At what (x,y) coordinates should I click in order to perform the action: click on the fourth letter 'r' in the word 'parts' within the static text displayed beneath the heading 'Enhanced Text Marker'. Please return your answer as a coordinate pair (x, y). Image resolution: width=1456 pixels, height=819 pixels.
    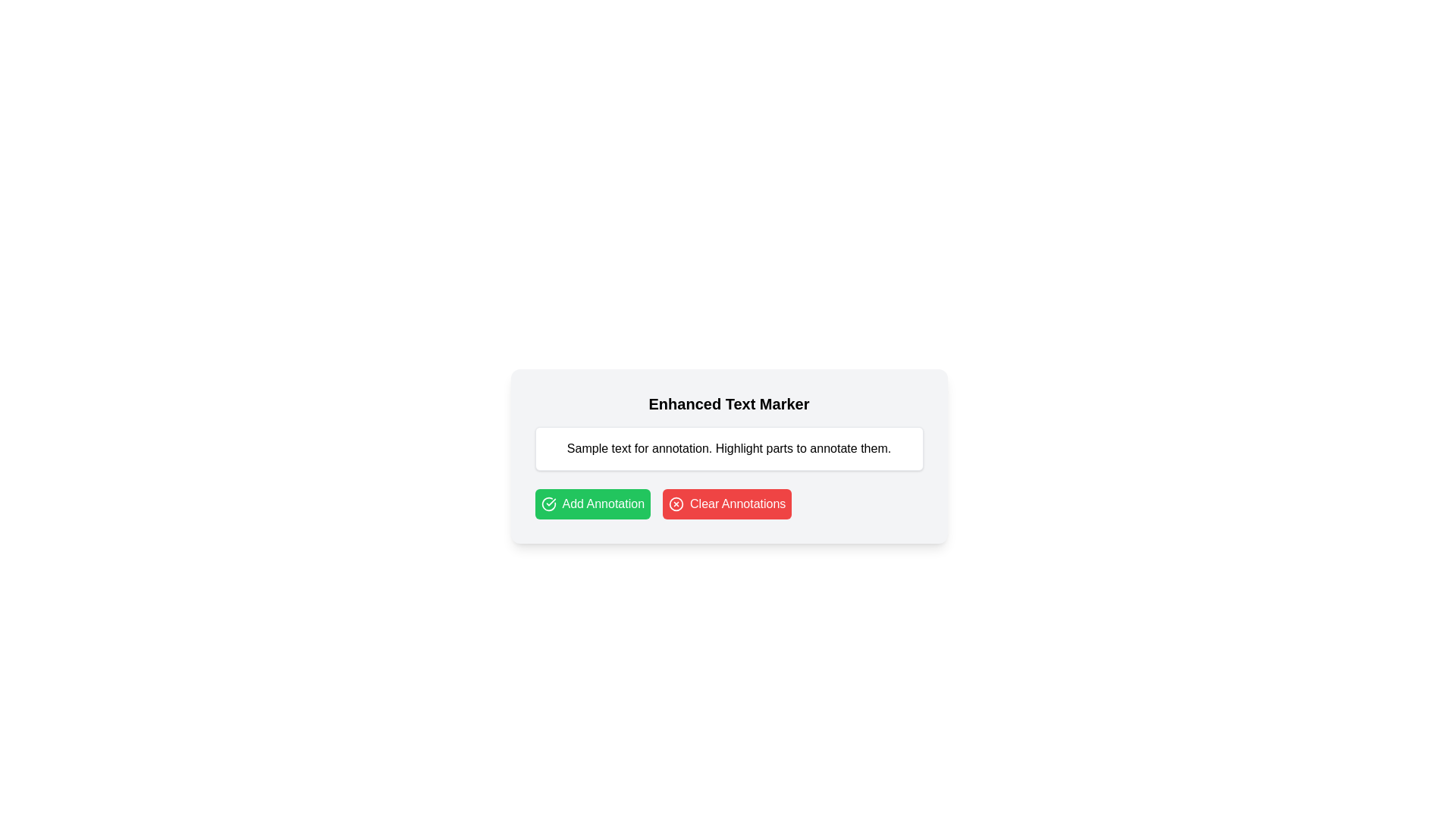
    Looking at the image, I should click on (776, 447).